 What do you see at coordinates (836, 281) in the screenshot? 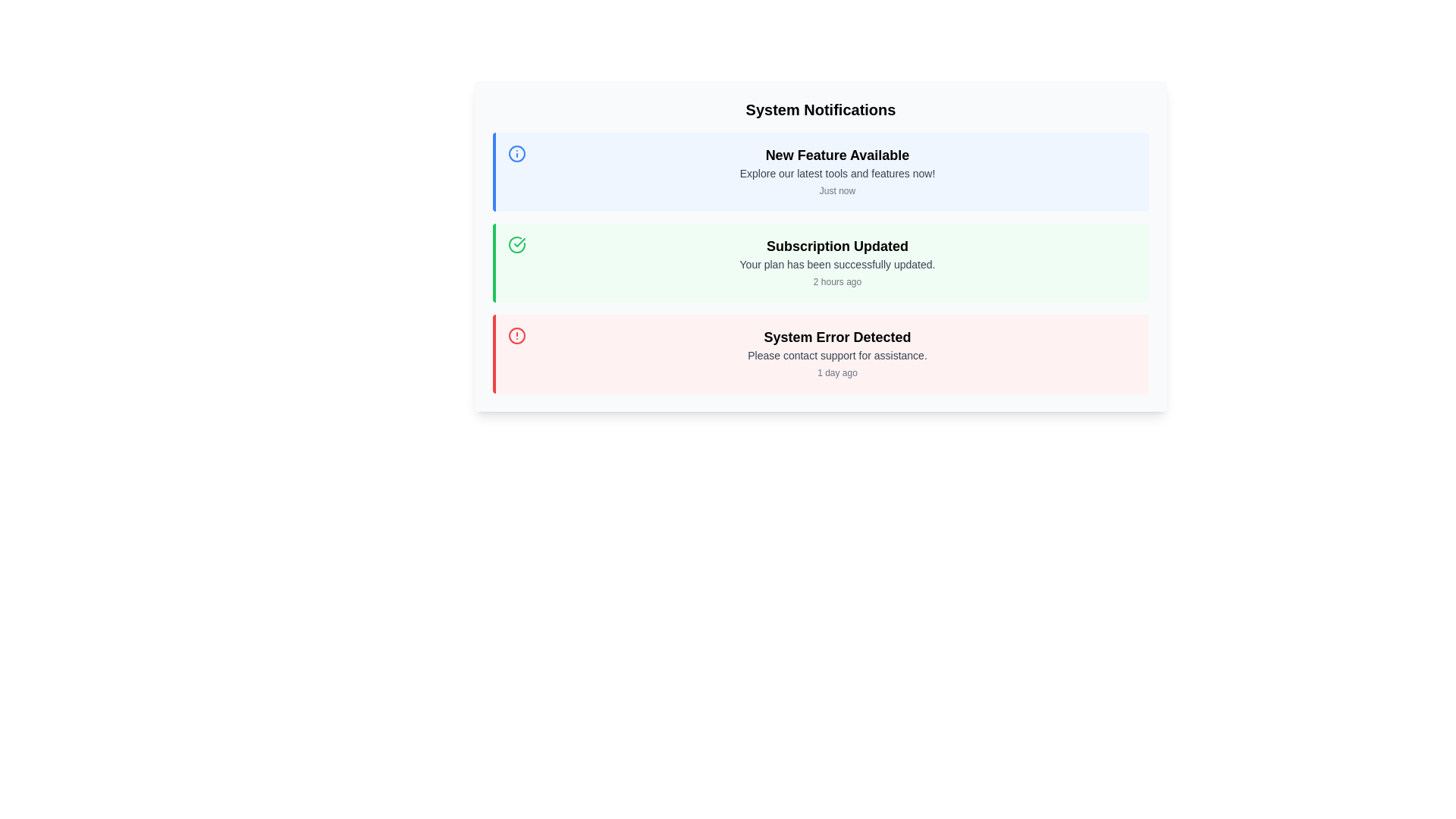
I see `the text label reading '2 hours ago' which is styled in gray font and located at the bottom-right of the green notification box titled 'Subscription Updated.'` at bounding box center [836, 281].